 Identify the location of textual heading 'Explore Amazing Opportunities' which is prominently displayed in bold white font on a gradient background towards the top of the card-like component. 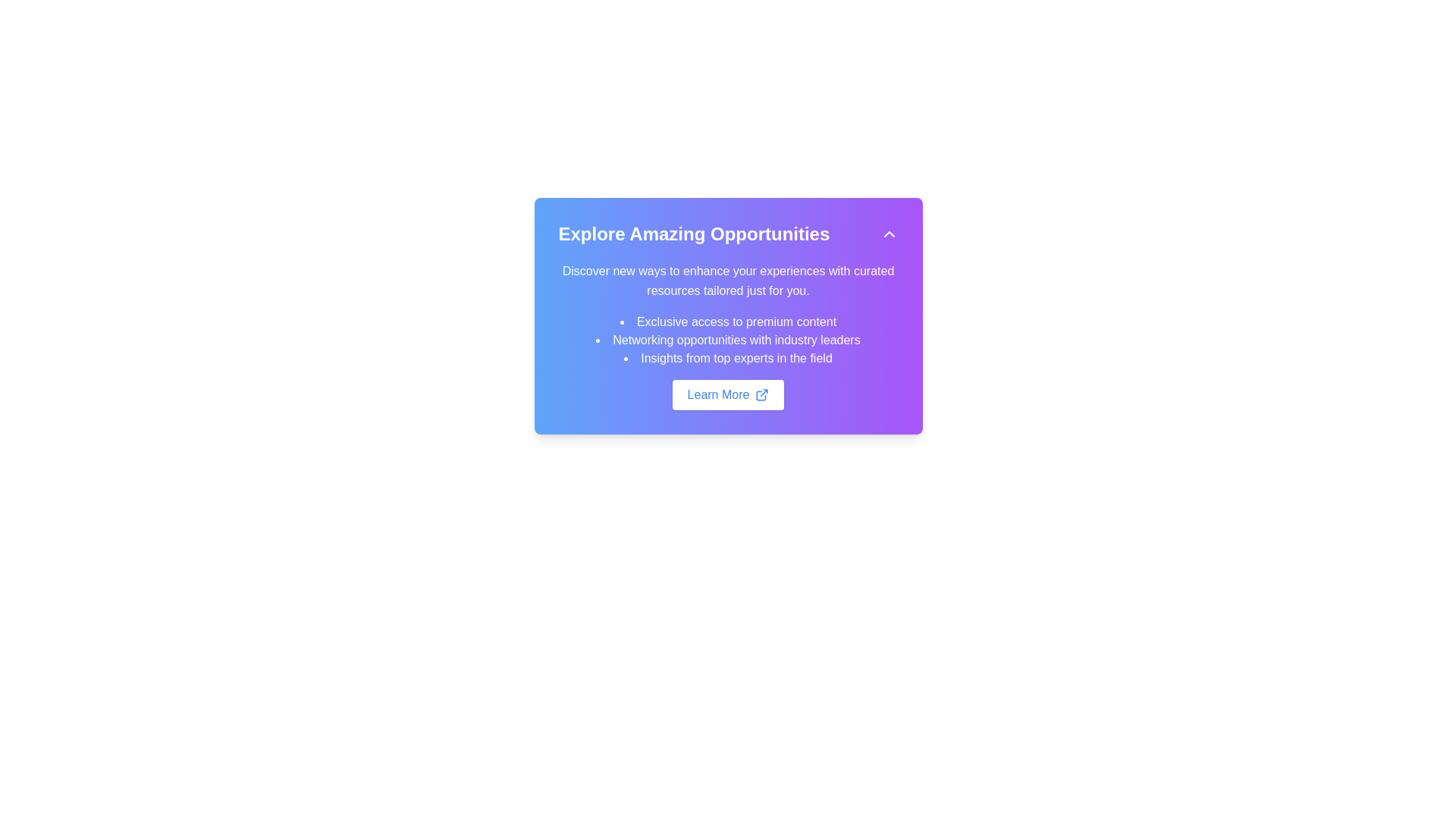
(693, 234).